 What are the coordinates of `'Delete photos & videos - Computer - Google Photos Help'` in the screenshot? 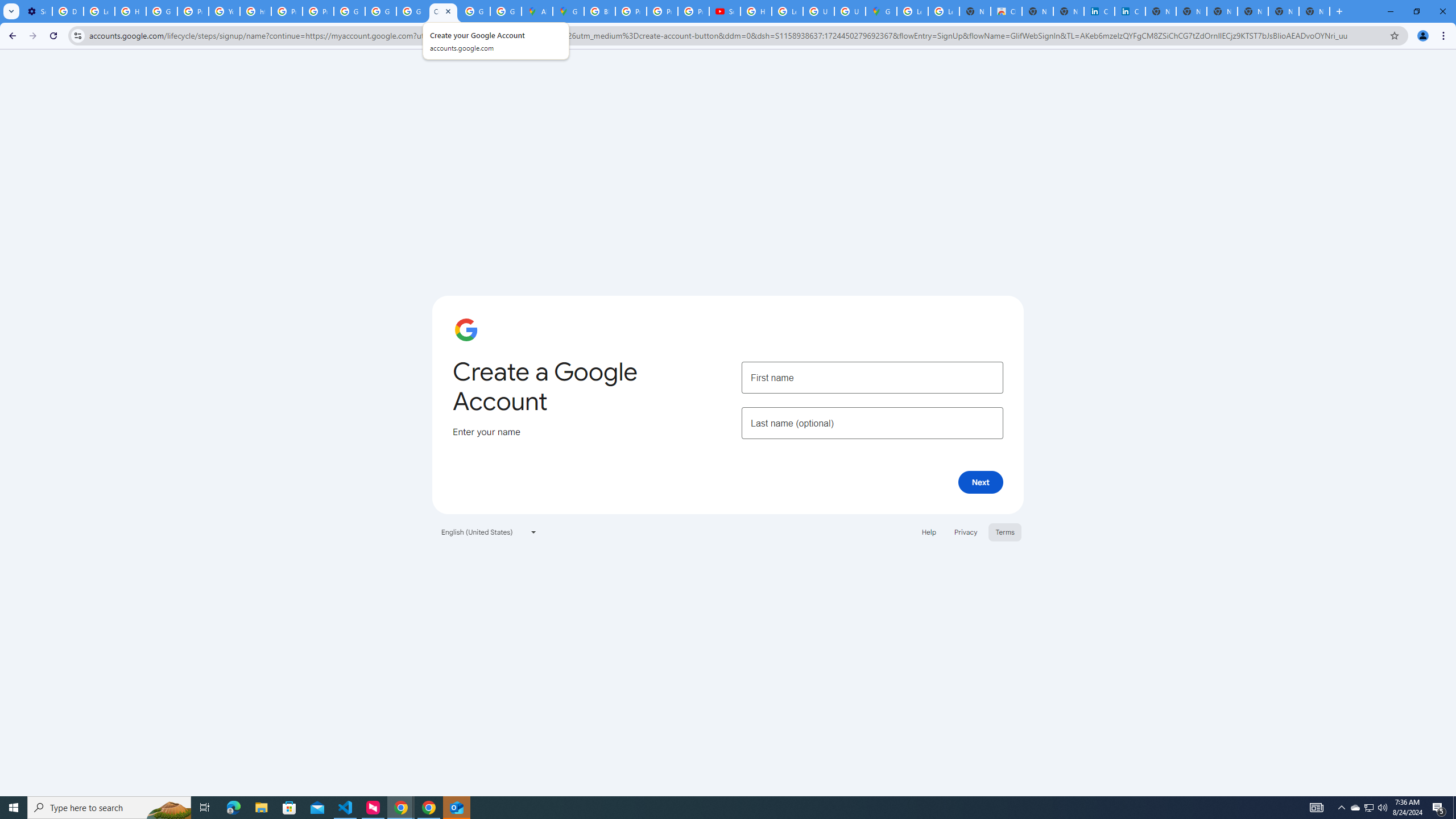 It's located at (67, 11).